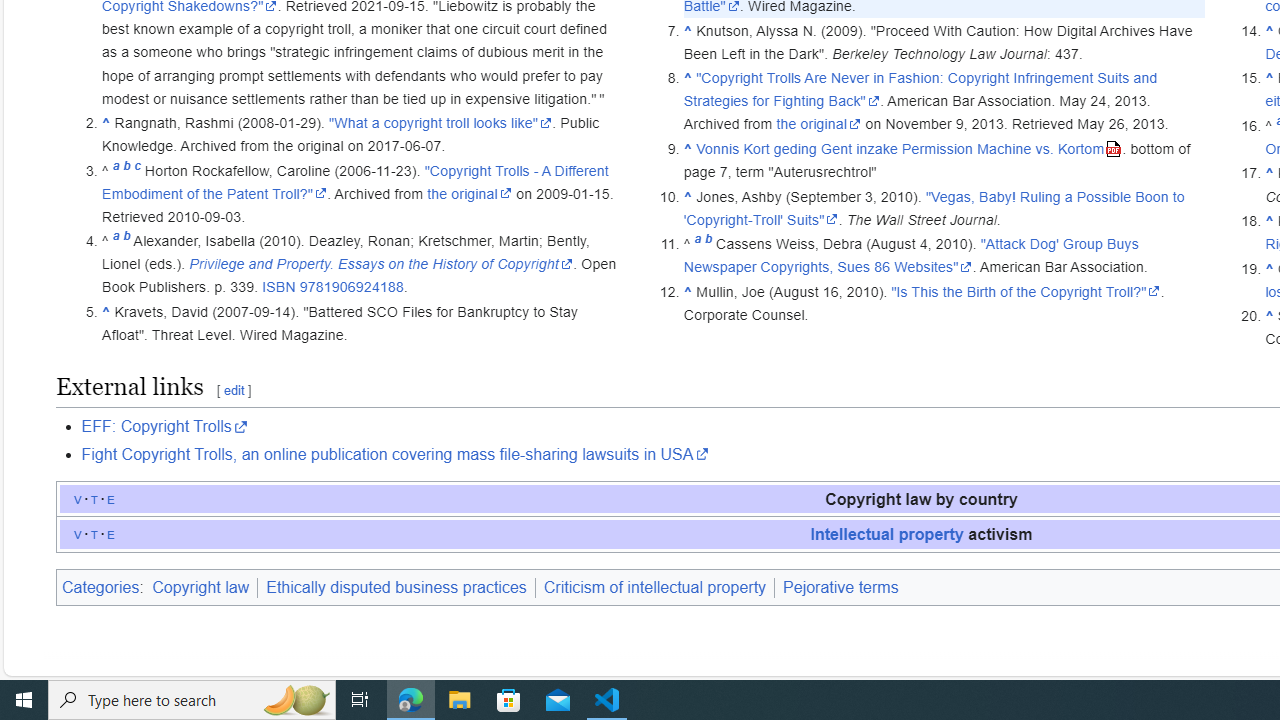  Describe the element at coordinates (164, 426) in the screenshot. I see `'EFF: Copyright Trolls'` at that location.